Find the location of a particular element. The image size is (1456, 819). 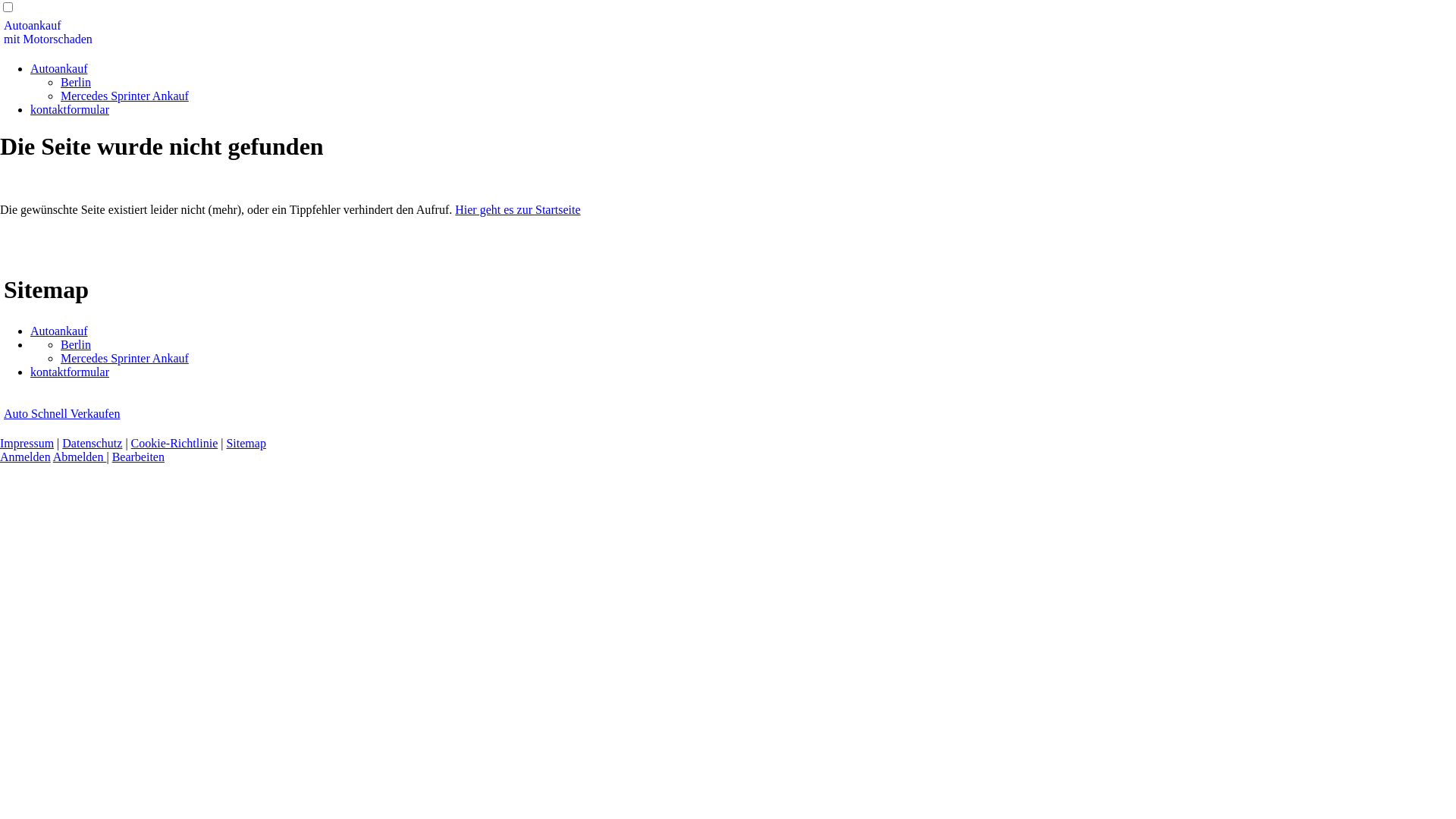

'Datenschutz' is located at coordinates (91, 443).